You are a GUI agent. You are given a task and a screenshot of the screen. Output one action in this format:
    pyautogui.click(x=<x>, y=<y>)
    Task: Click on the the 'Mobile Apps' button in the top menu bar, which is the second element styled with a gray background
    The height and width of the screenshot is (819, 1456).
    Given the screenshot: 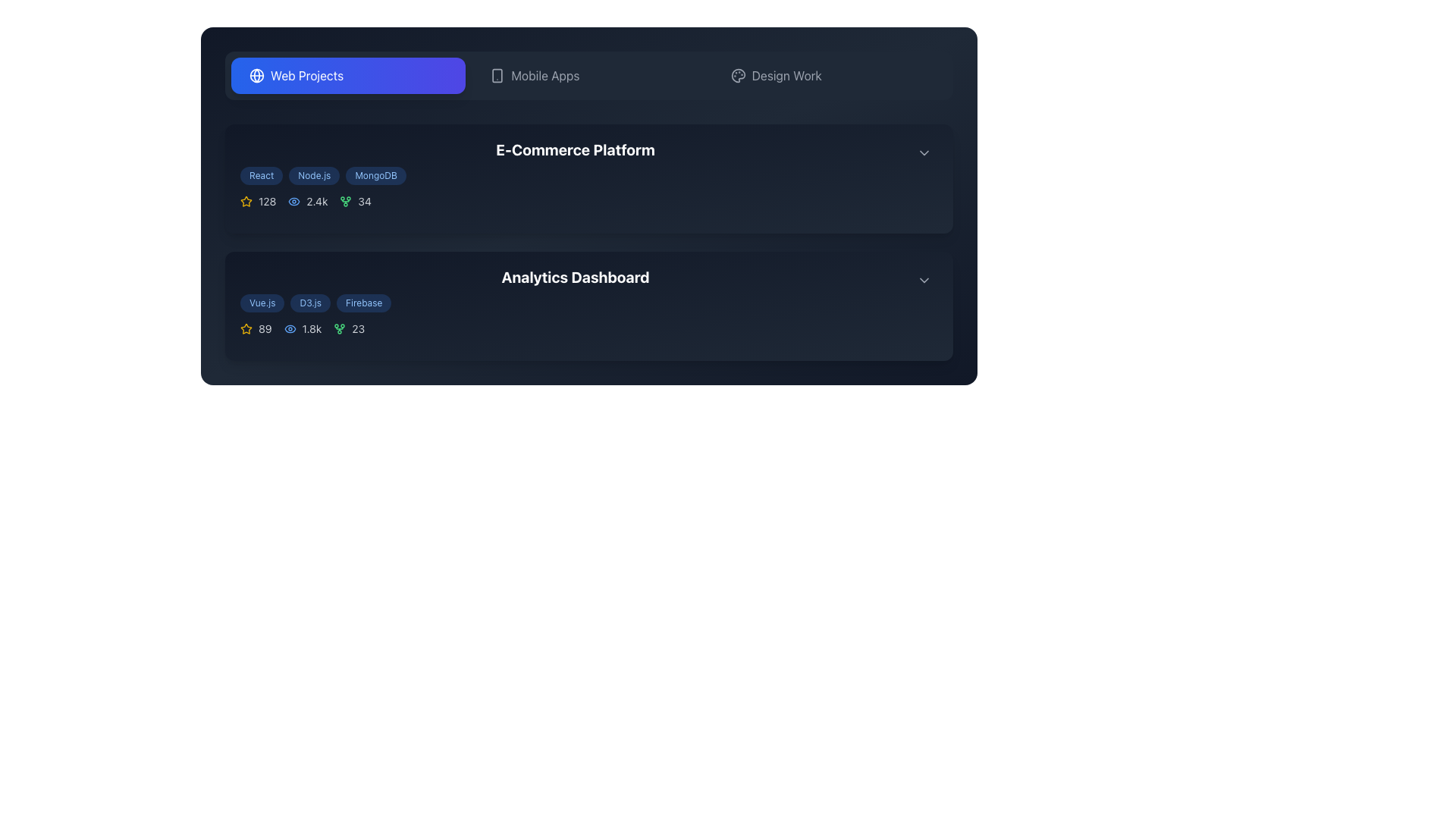 What is the action you would take?
    pyautogui.click(x=588, y=76)
    